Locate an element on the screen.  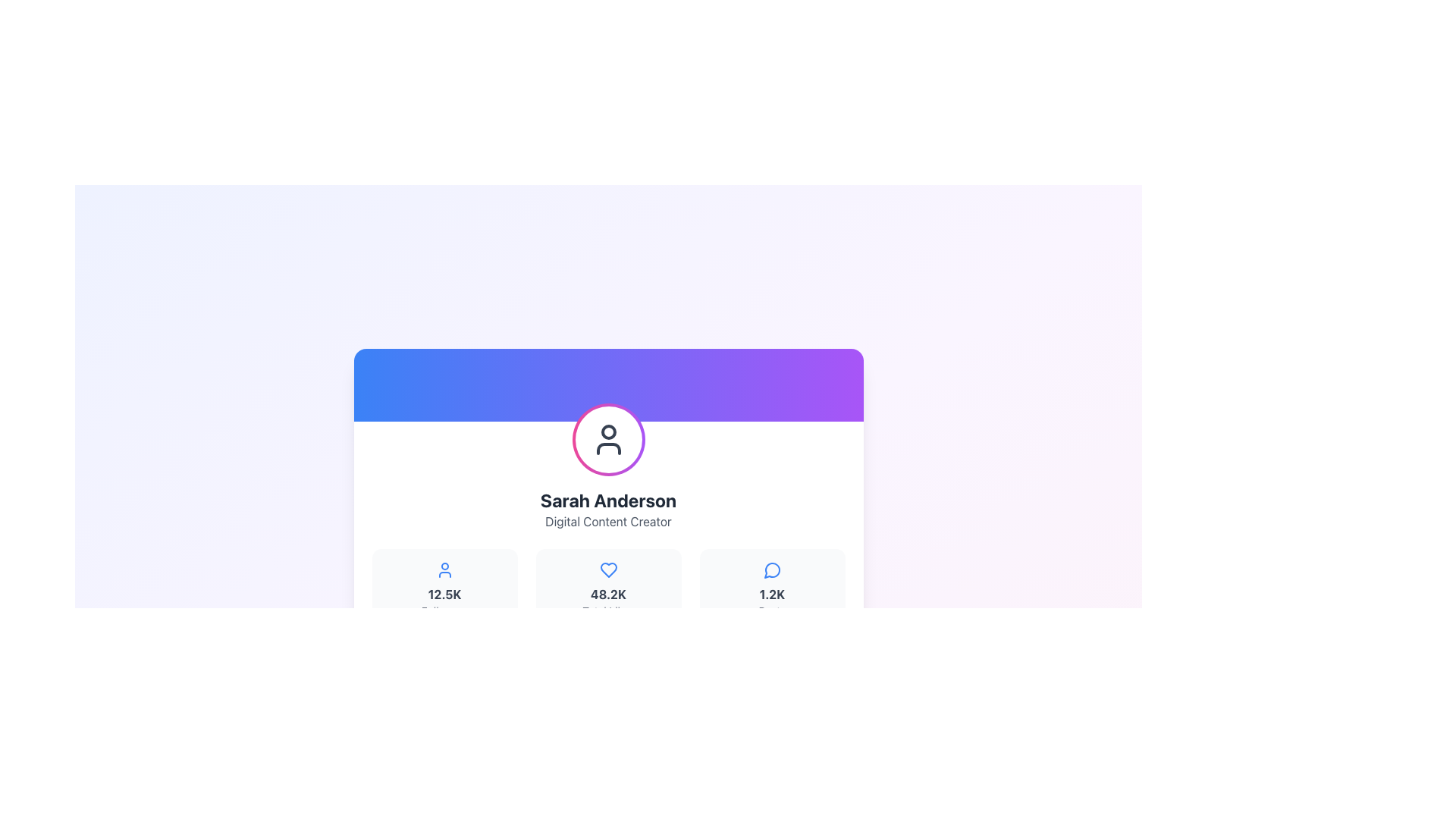
the blue outlined heart icon that is prominently positioned at the center of a rectangular section containing the text '48.2K' and 'Total Likes' is located at coordinates (608, 570).